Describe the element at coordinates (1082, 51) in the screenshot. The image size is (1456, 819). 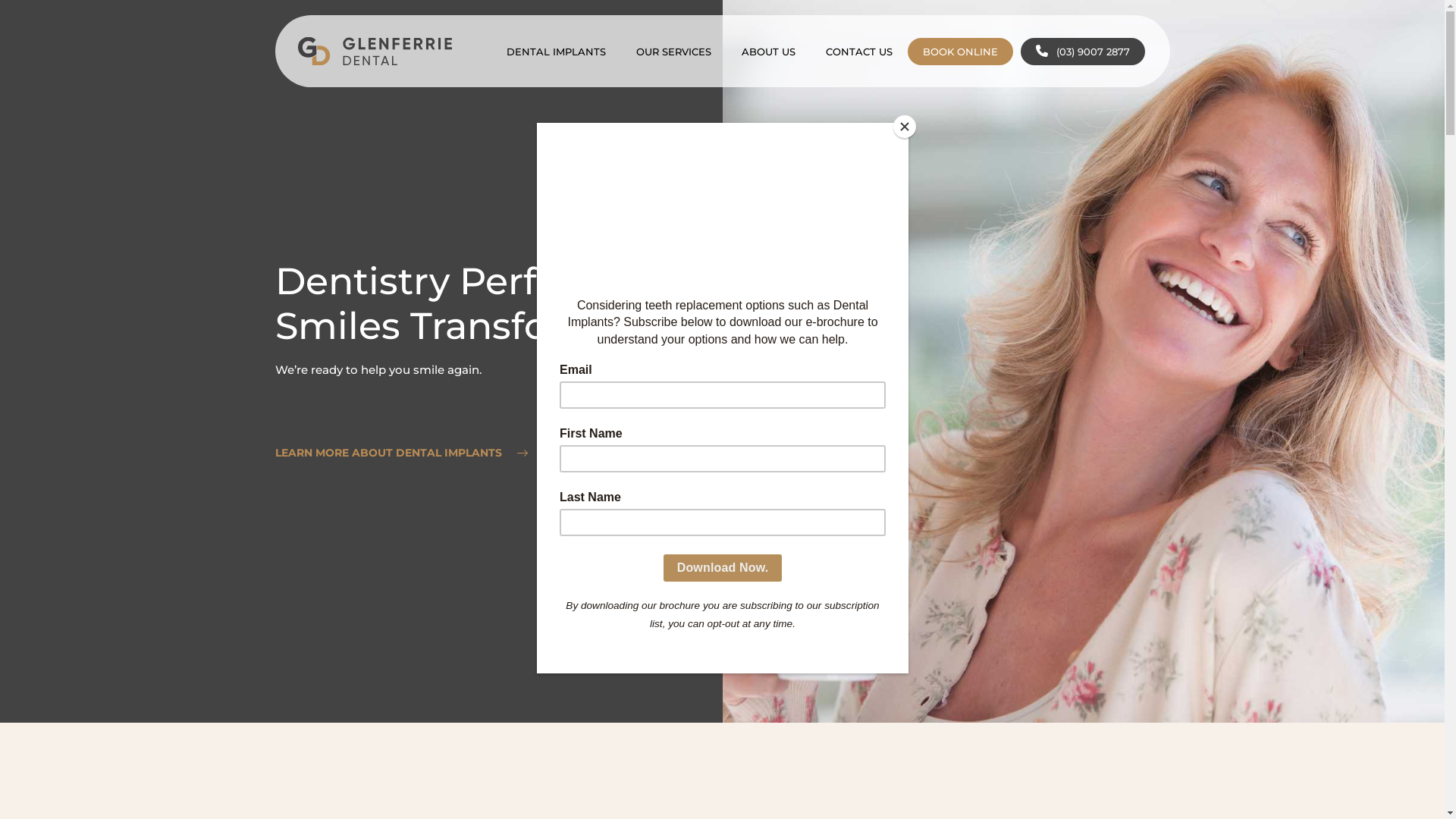
I see `'(03) 9007 2877'` at that location.